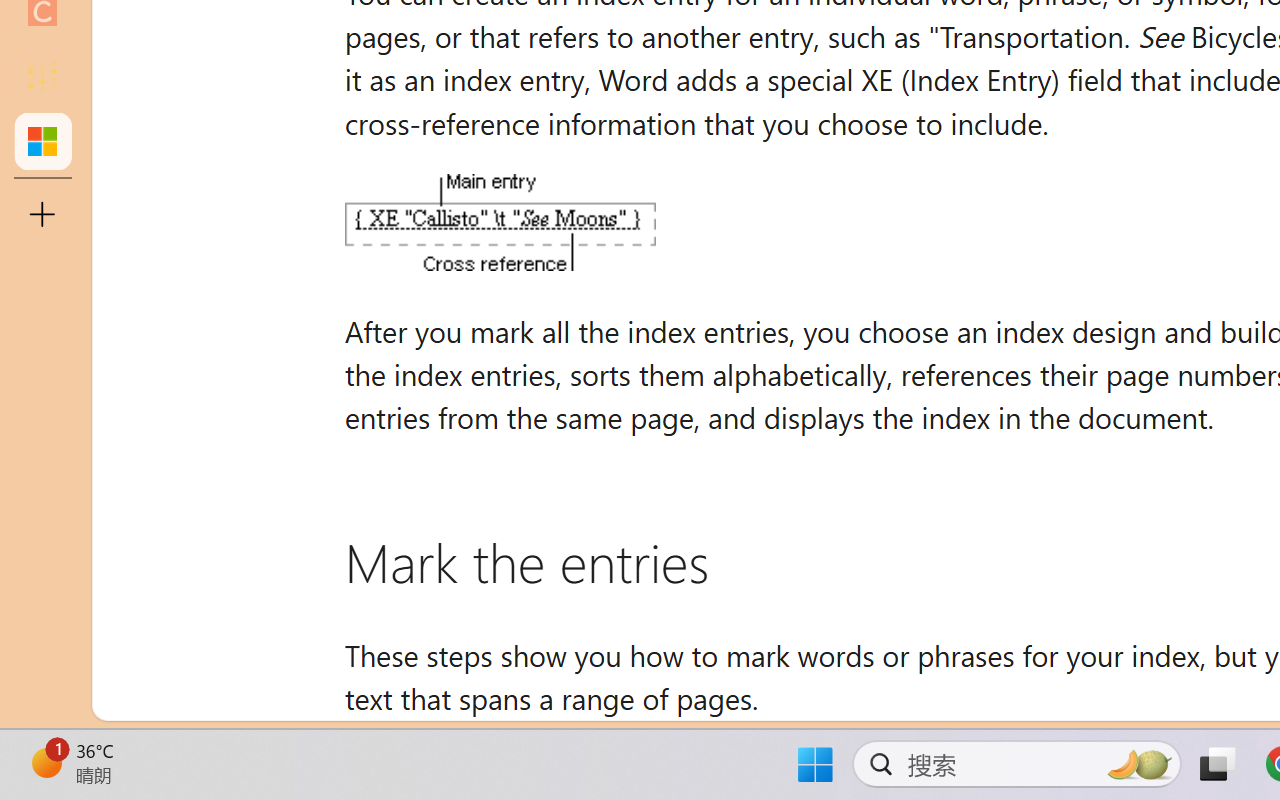 This screenshot has width=1280, height=800. What do you see at coordinates (499, 222) in the screenshot?
I see `'An XE (Index Entry) field'` at bounding box center [499, 222].